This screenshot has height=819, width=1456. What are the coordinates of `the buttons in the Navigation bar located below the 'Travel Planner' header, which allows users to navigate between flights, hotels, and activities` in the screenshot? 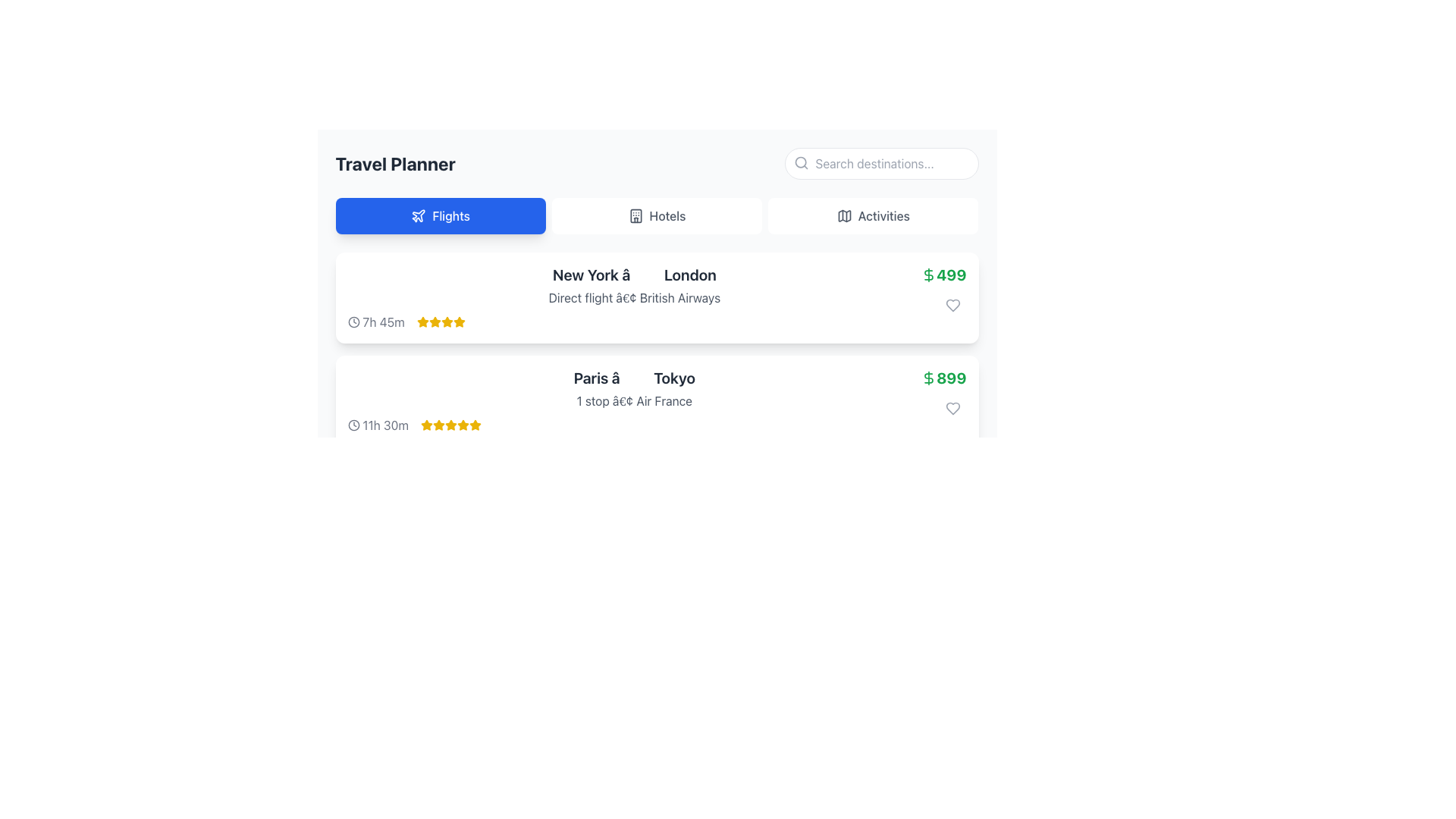 It's located at (657, 216).